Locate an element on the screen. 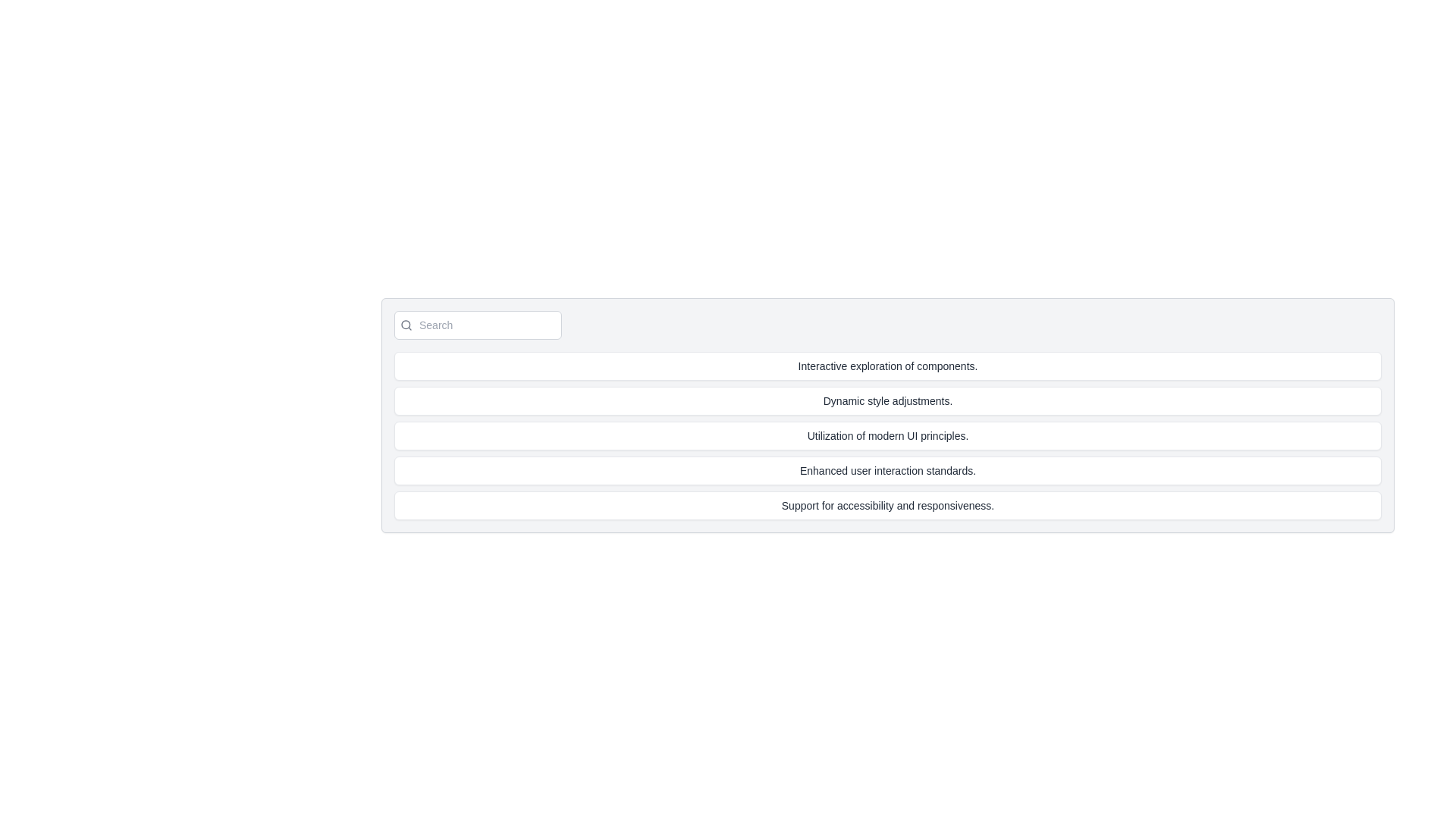 The image size is (1456, 819). single letter element located at the rightmost part of the text 'Support for accessibility and responsiveness.' is located at coordinates (977, 506).